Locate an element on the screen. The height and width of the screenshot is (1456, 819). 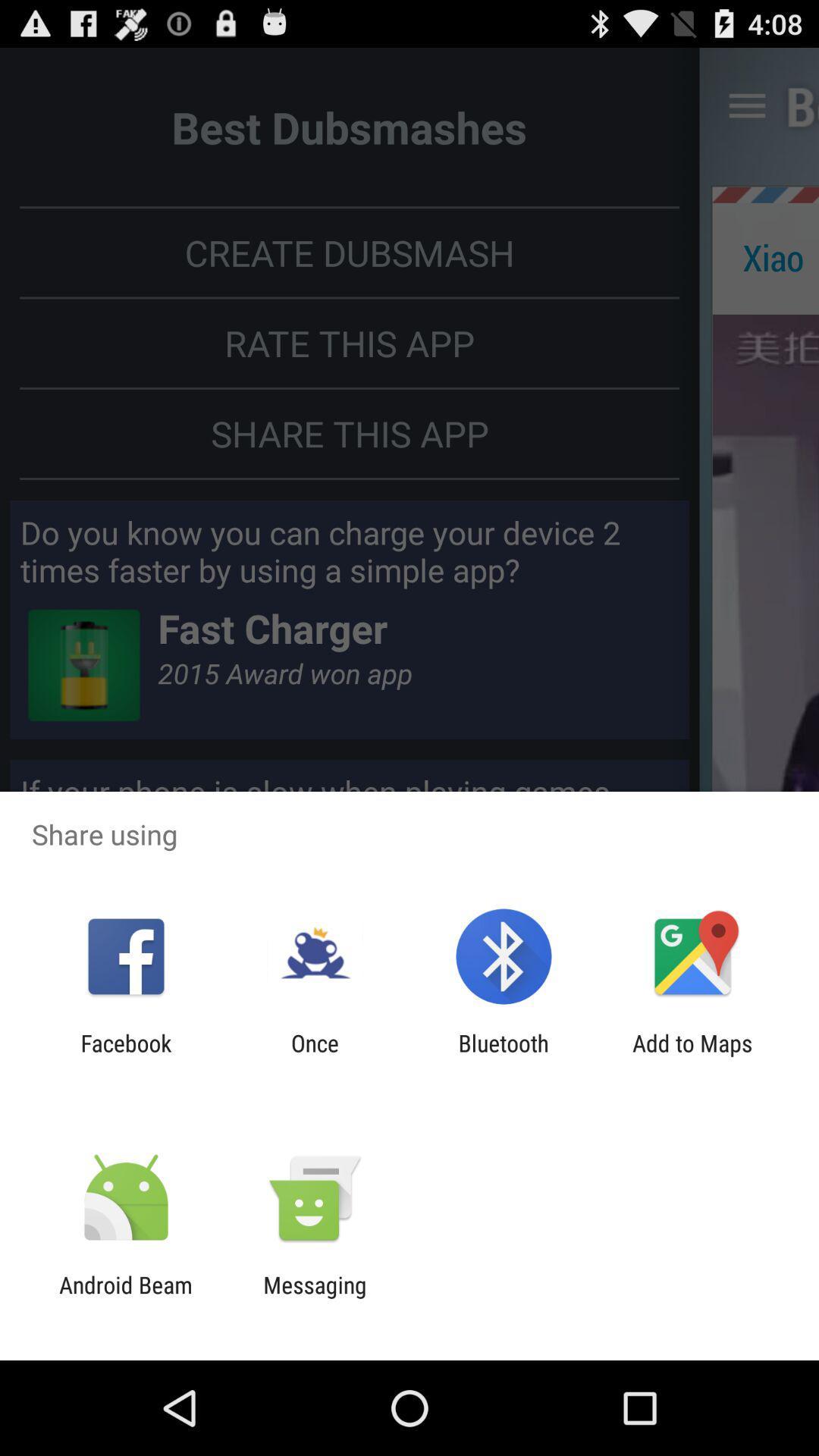
item next to the add to maps is located at coordinates (504, 1056).